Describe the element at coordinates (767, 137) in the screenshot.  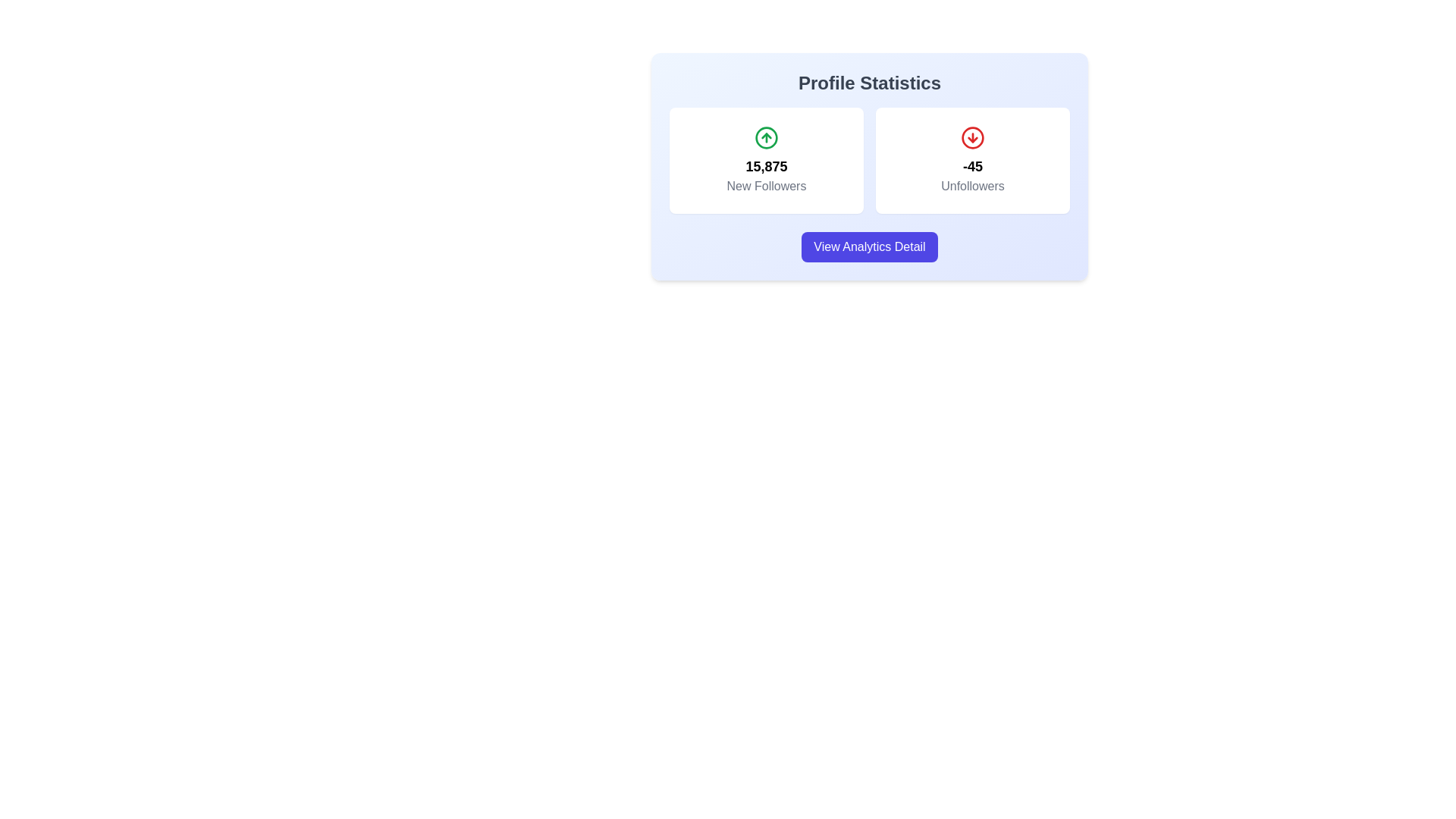
I see `the green circle icon with a white upward arrow indicating 'up' or 'positive' direction, located above '15,875 New Followers' in the 'Profile Statistics' section` at that location.